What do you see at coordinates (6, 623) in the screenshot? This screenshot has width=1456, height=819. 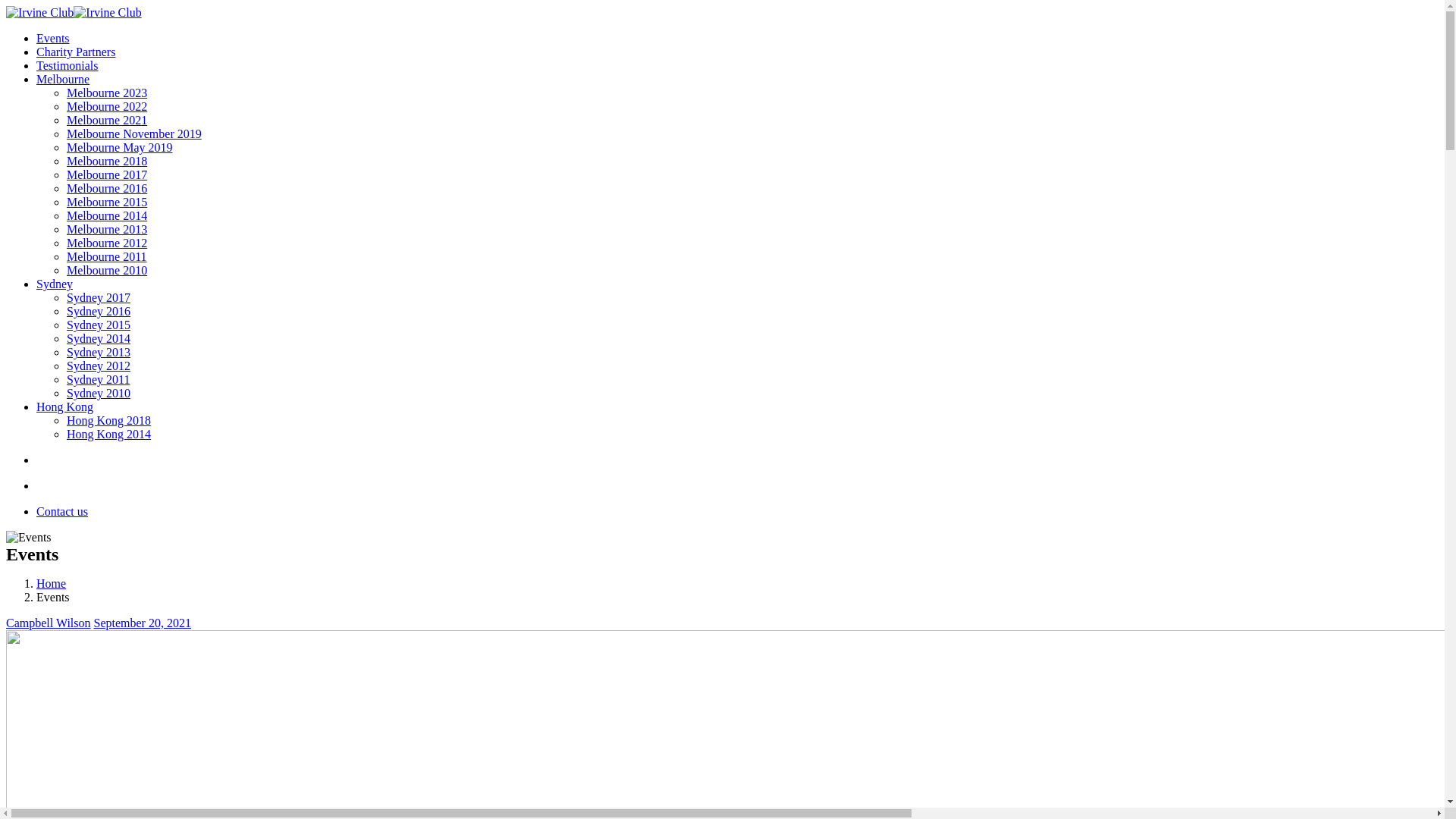 I see `'Campbell Wilson'` at bounding box center [6, 623].